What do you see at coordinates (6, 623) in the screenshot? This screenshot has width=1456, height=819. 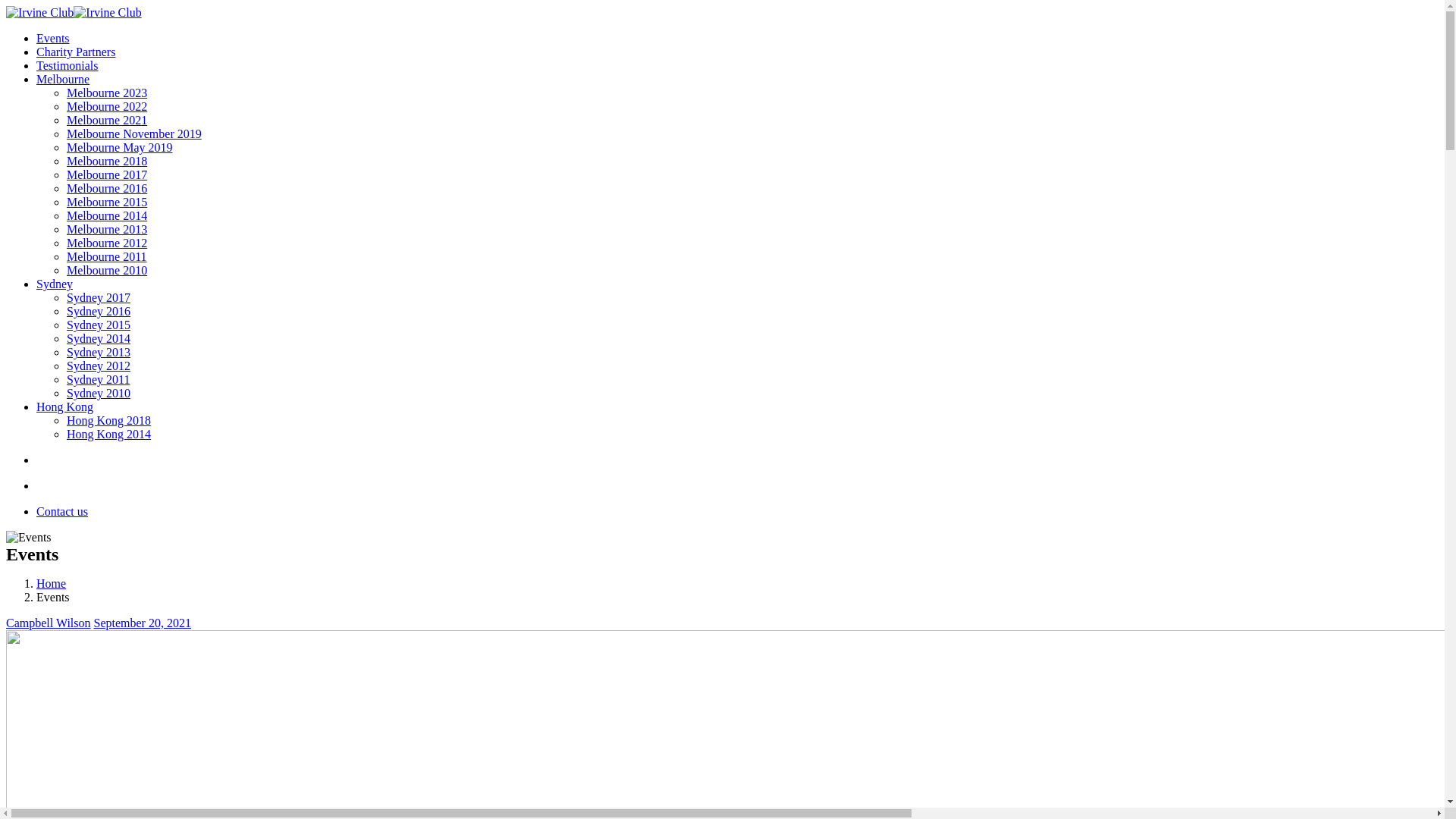 I see `'Campbell Wilson'` at bounding box center [6, 623].